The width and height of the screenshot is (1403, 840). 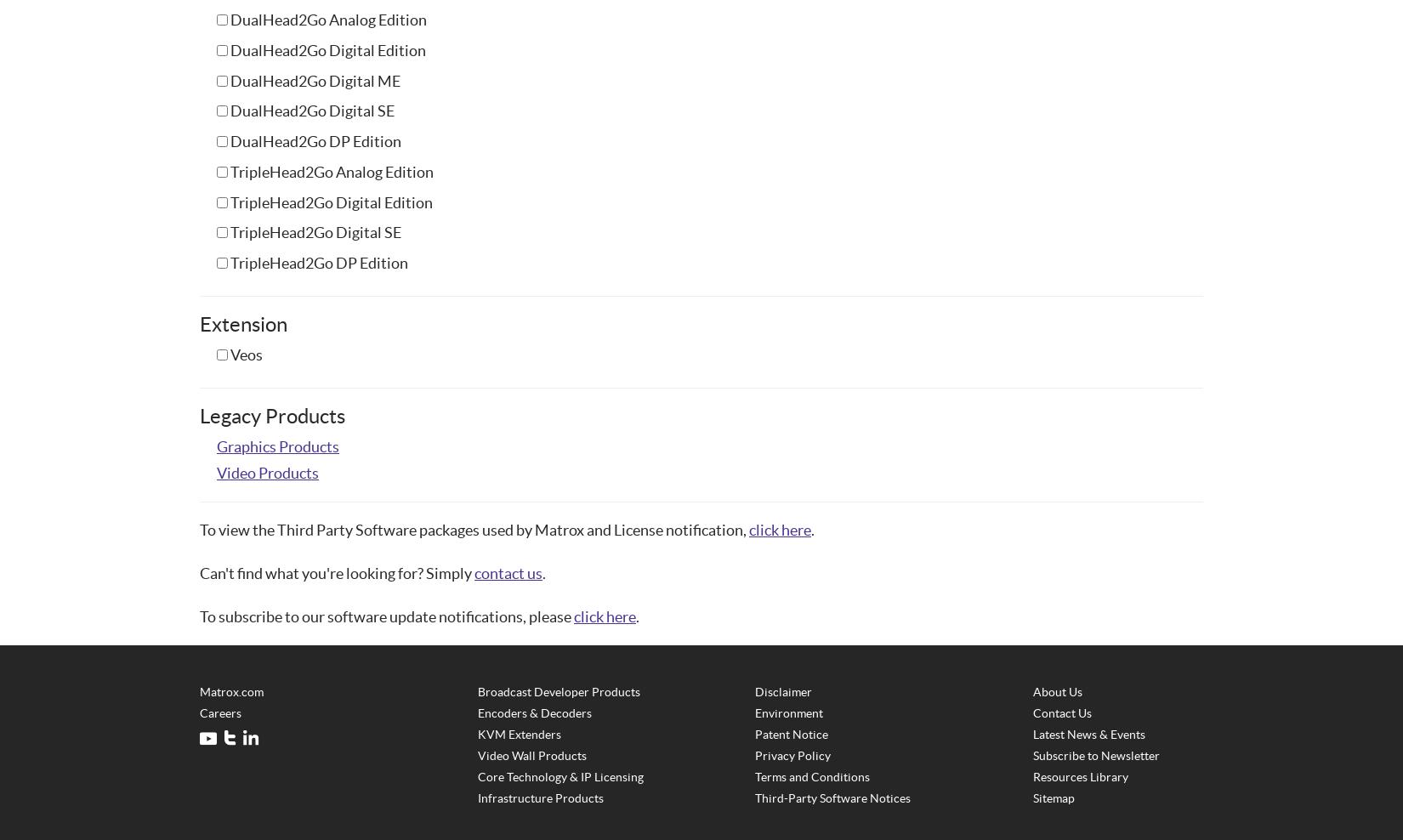 I want to click on 'Sitemap', so click(x=1053, y=797).